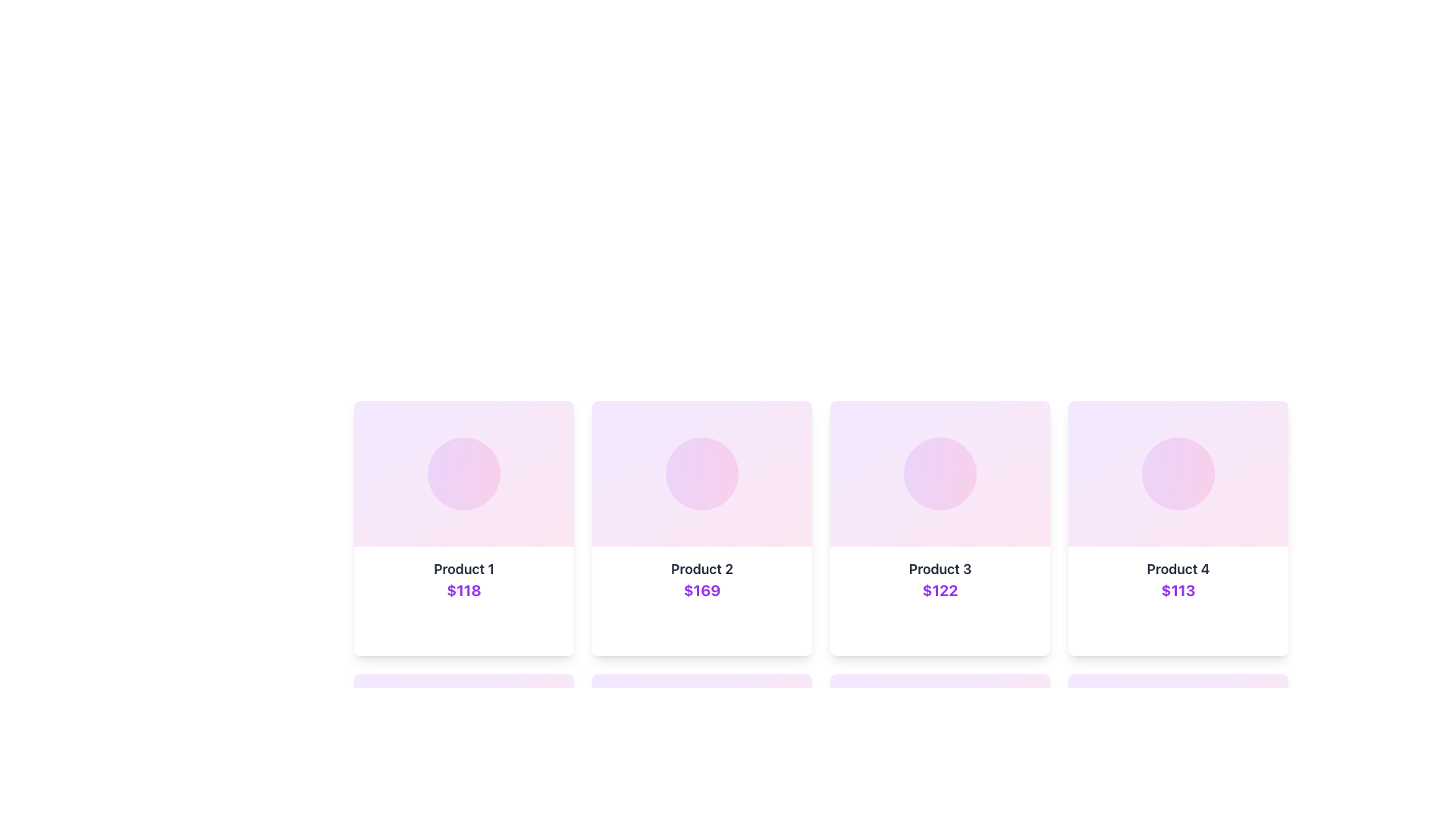 This screenshot has height=819, width=1456. I want to click on the text label displaying the price '$169', which is bold and purple, located centrally within the 'Product 2' card, positioned below the product title and above the 'Add to Cart' area, so click(701, 590).